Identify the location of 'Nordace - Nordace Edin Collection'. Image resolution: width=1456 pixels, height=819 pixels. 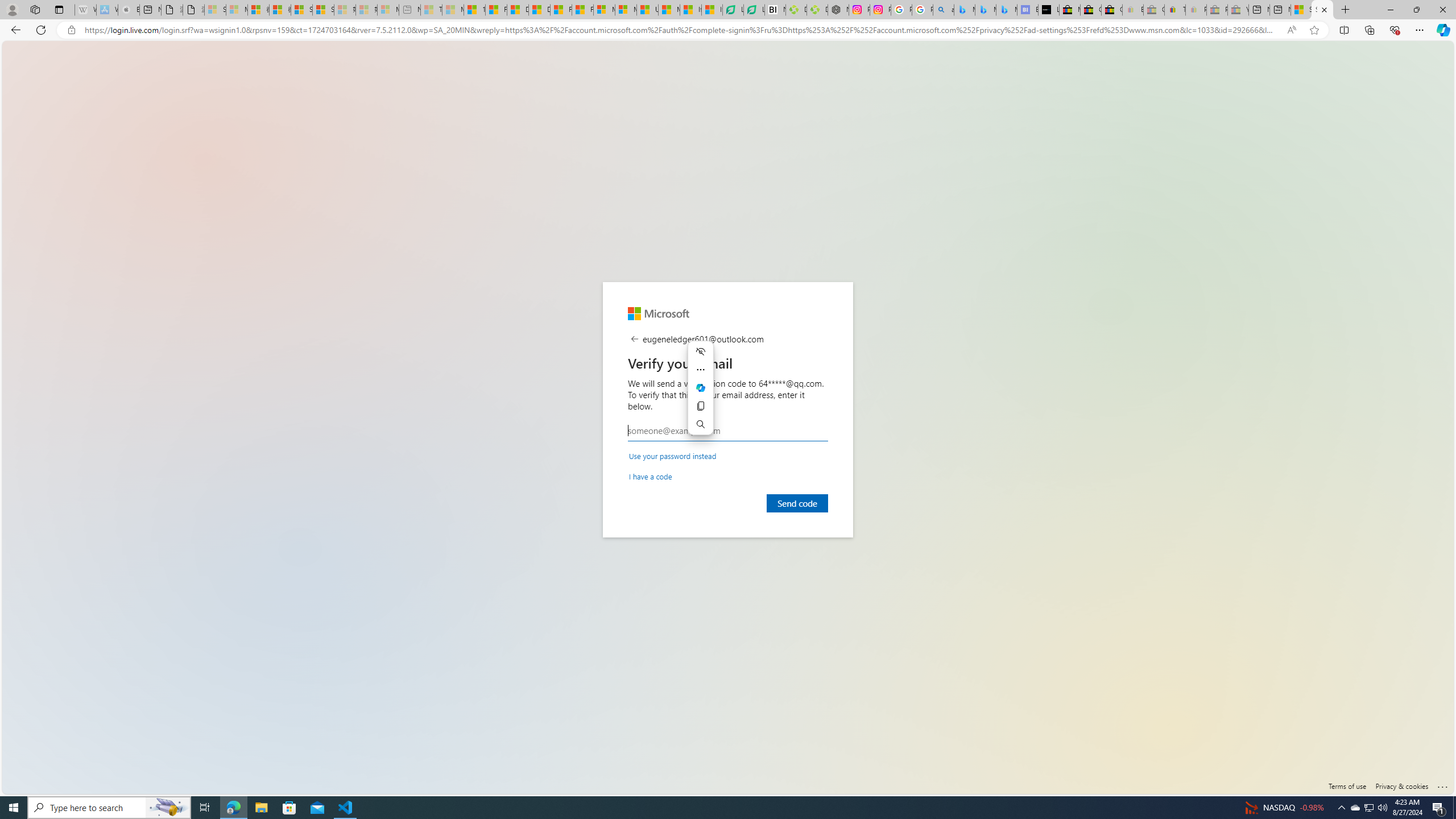
(837, 9).